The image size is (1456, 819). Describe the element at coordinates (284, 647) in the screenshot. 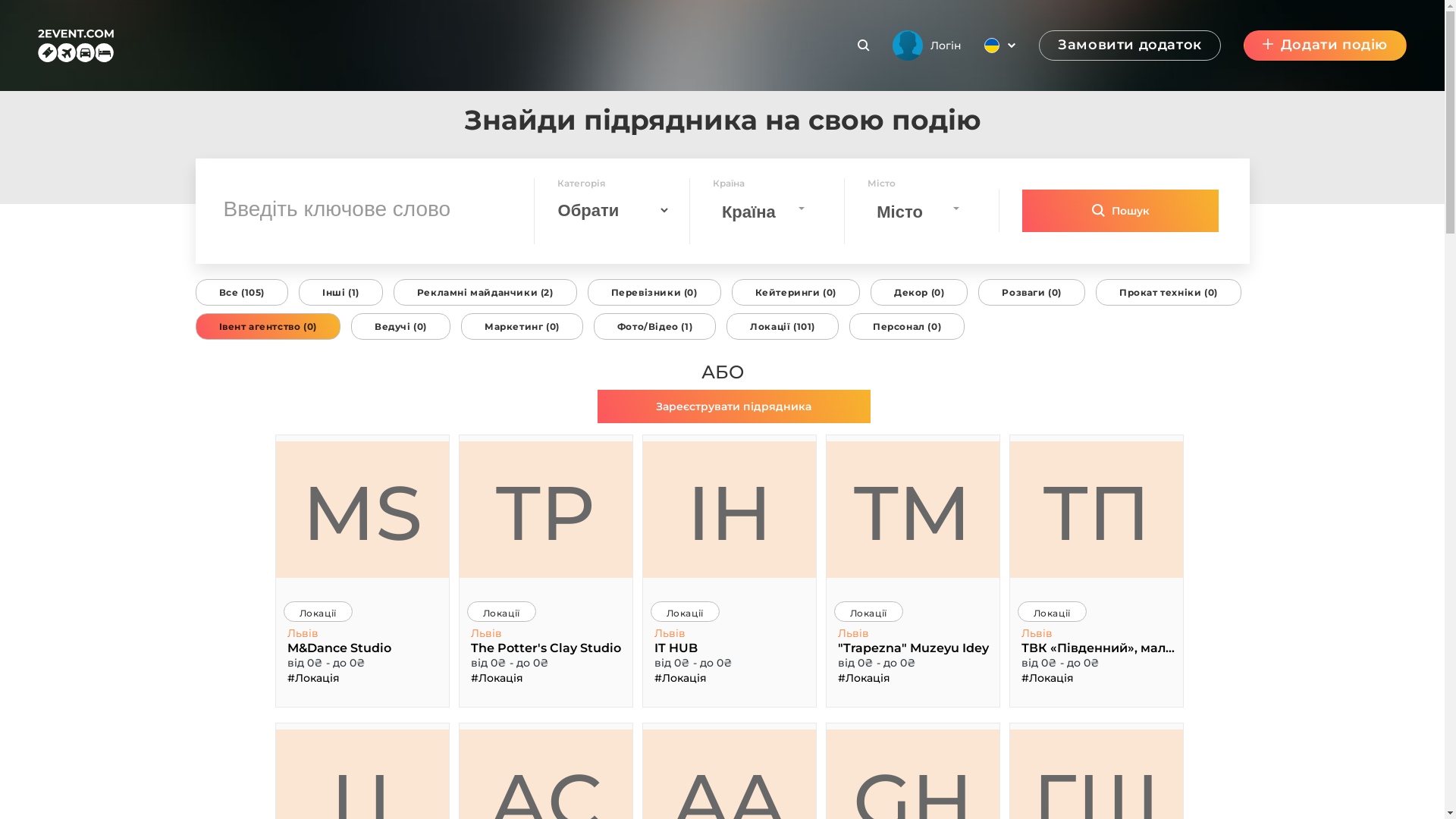

I see `'M&Dance Studio'` at that location.